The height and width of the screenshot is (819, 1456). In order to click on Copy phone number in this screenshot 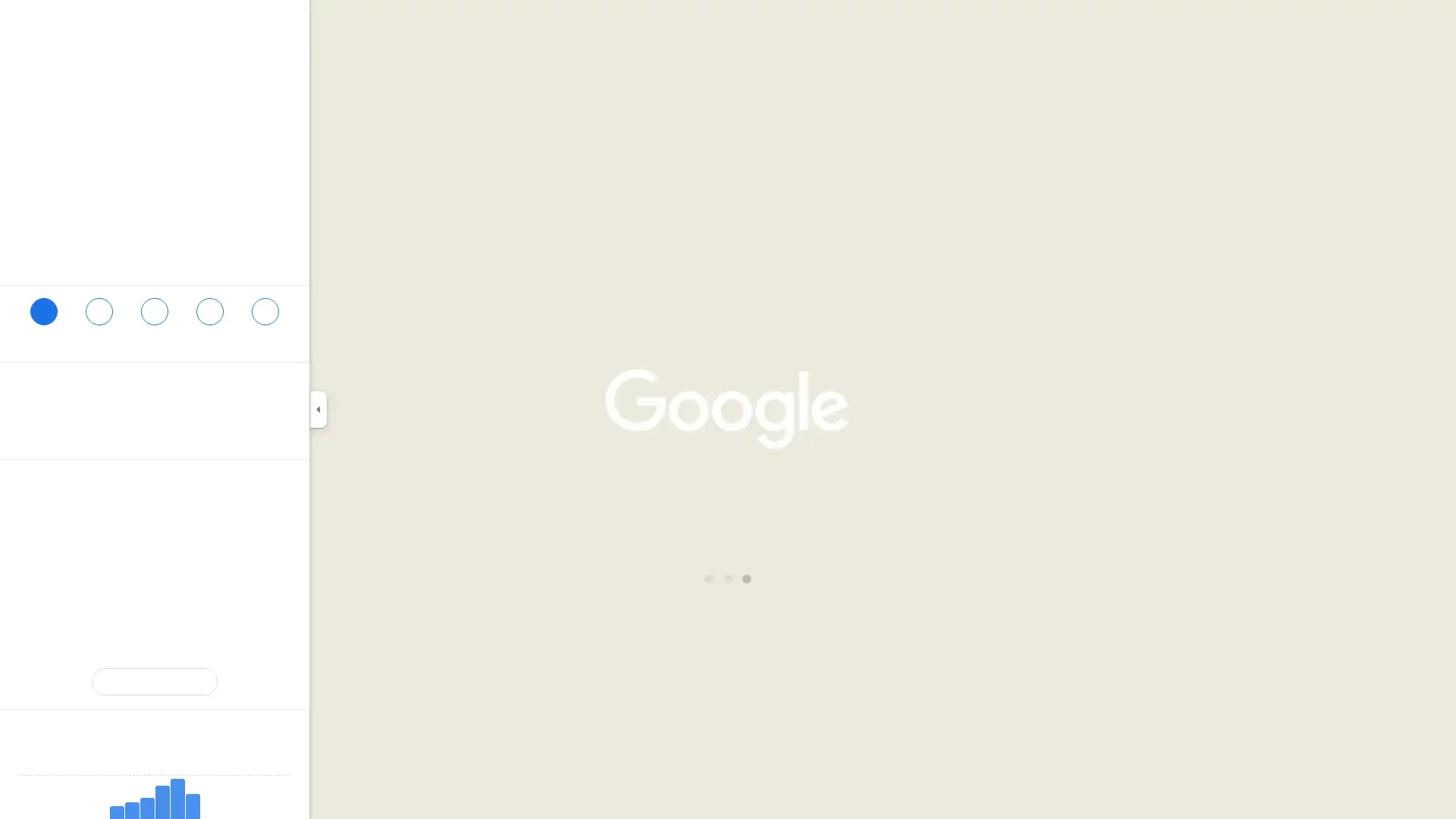, I will do `click(261, 563)`.